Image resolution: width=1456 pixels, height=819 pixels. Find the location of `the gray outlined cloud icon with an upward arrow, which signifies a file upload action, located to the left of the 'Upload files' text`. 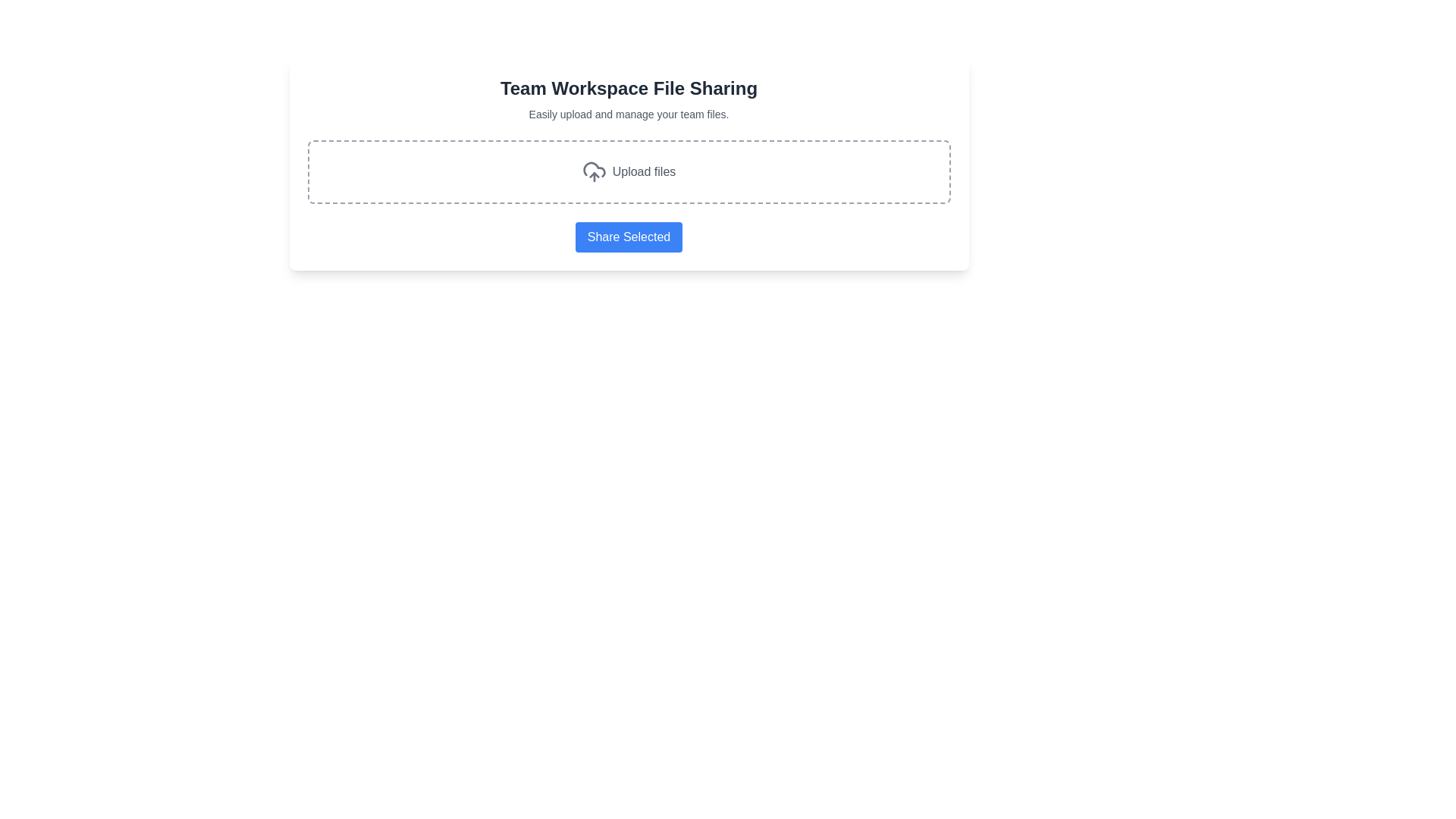

the gray outlined cloud icon with an upward arrow, which signifies a file upload action, located to the left of the 'Upload files' text is located at coordinates (593, 171).